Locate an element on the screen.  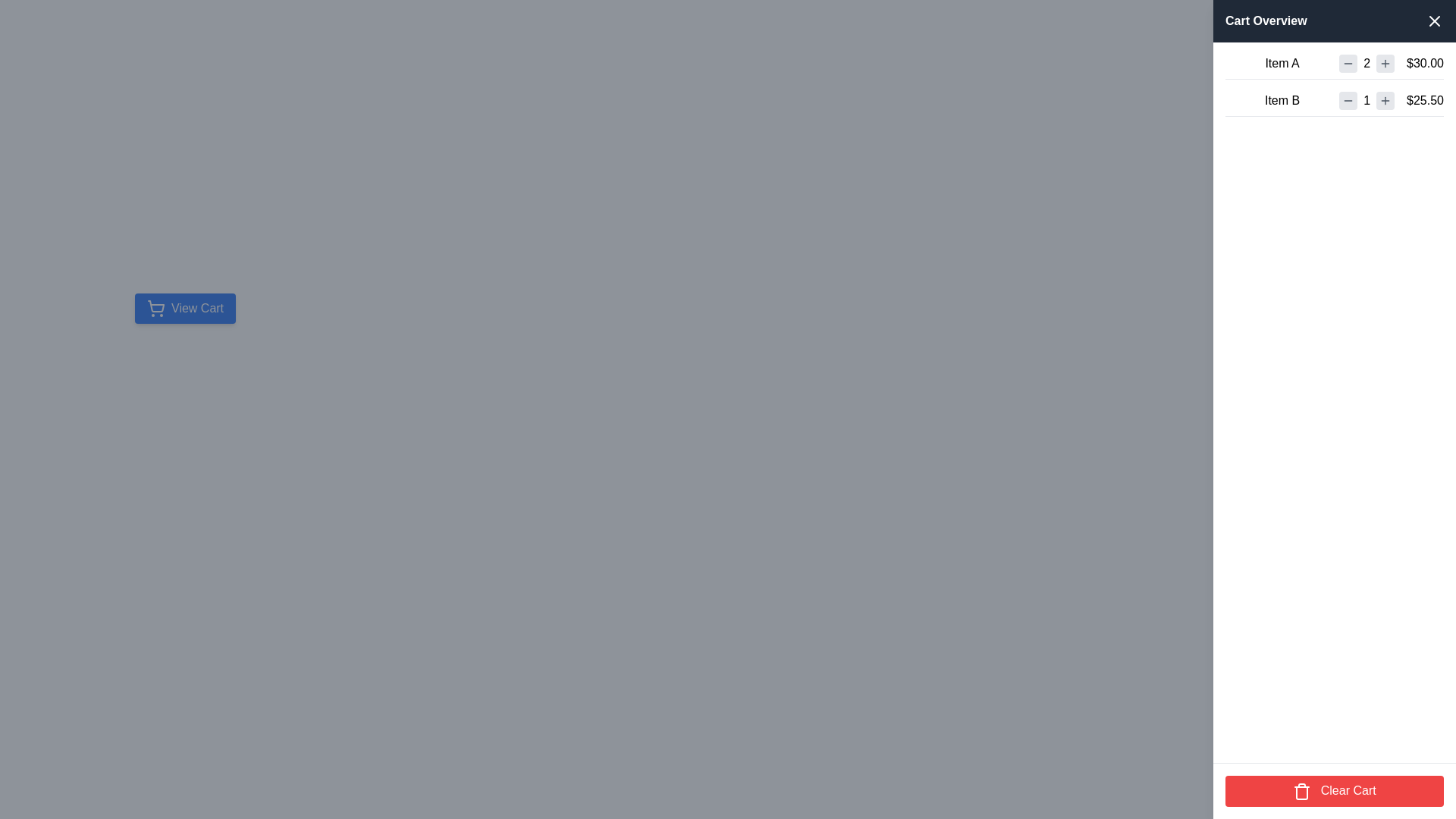
the price and product name in the second row of the cart item details list, which displays product details including name, quantity, and price is located at coordinates (1335, 103).